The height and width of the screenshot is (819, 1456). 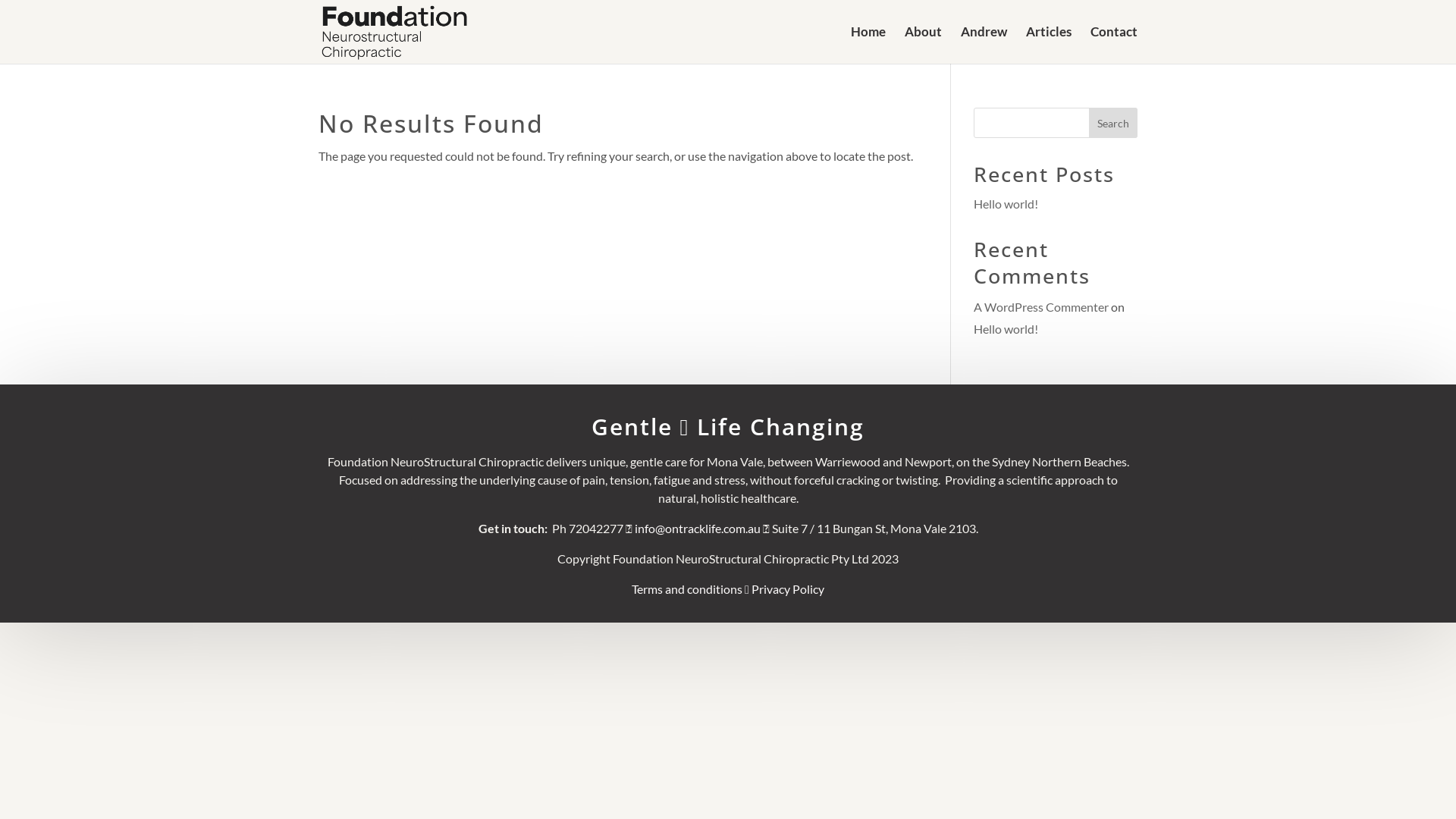 What do you see at coordinates (984, 44) in the screenshot?
I see `'Andrew'` at bounding box center [984, 44].